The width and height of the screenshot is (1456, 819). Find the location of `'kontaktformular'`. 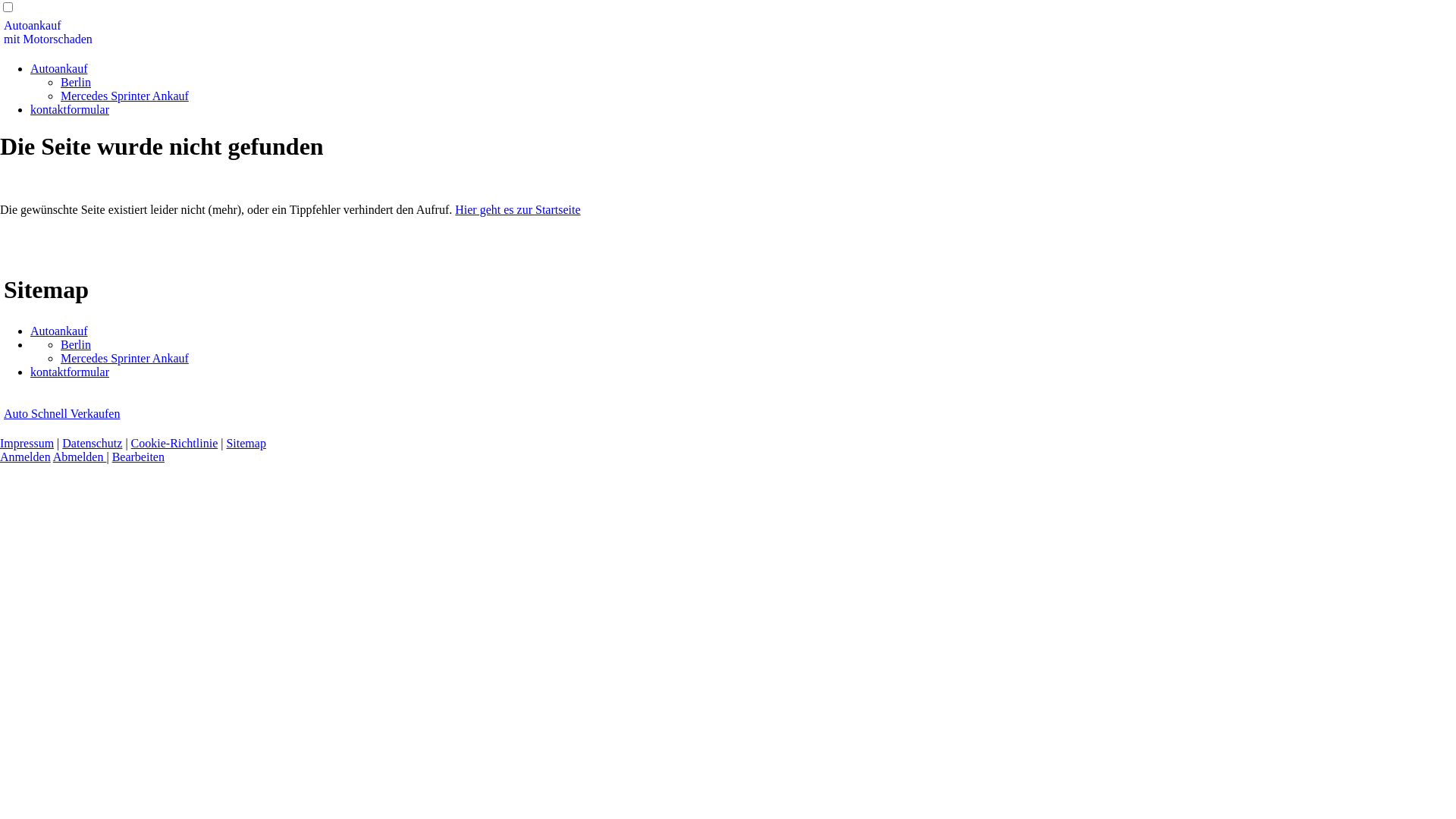

'kontaktformular' is located at coordinates (30, 108).